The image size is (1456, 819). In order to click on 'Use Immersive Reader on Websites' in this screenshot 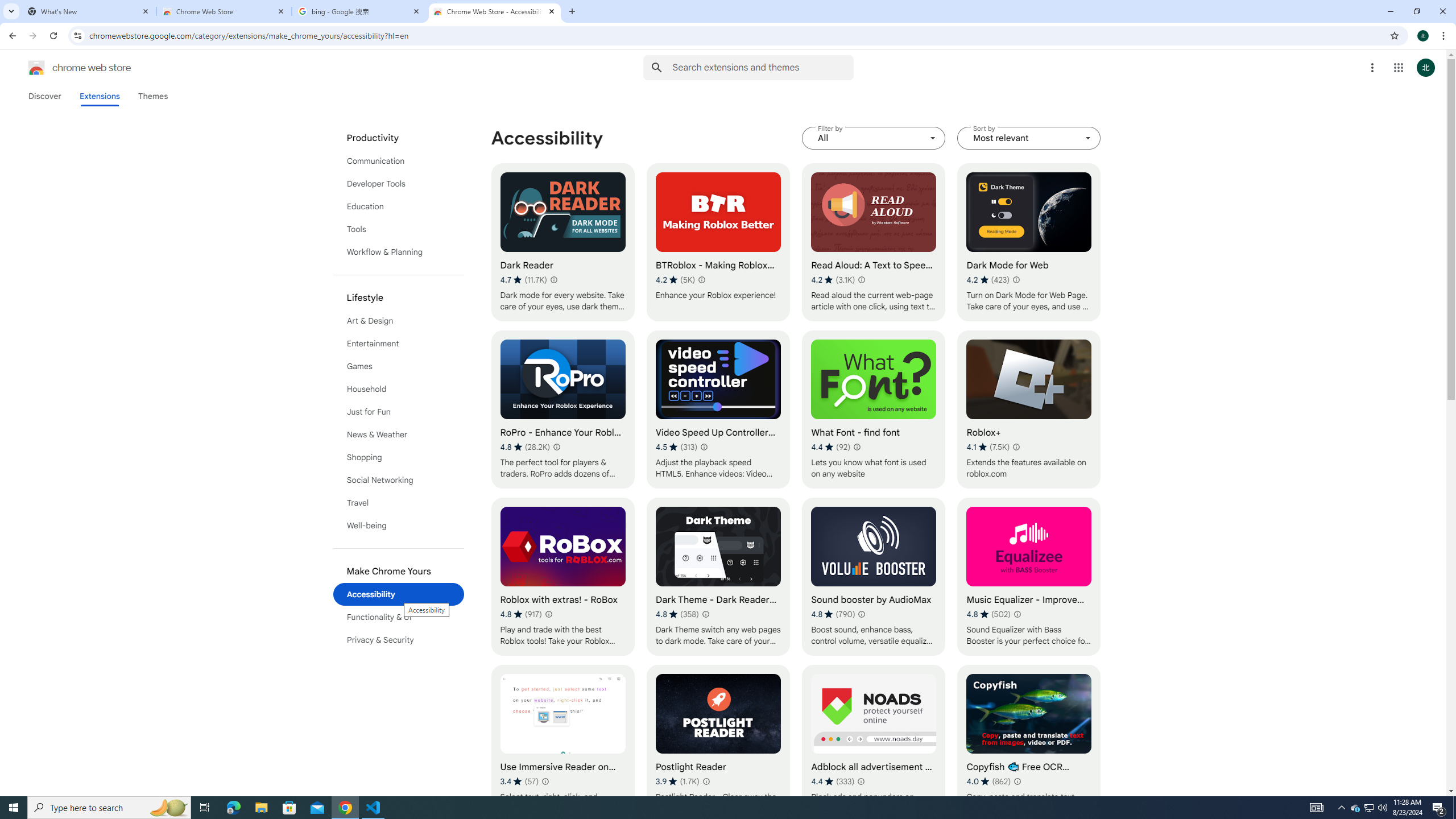, I will do `click(562, 743)`.